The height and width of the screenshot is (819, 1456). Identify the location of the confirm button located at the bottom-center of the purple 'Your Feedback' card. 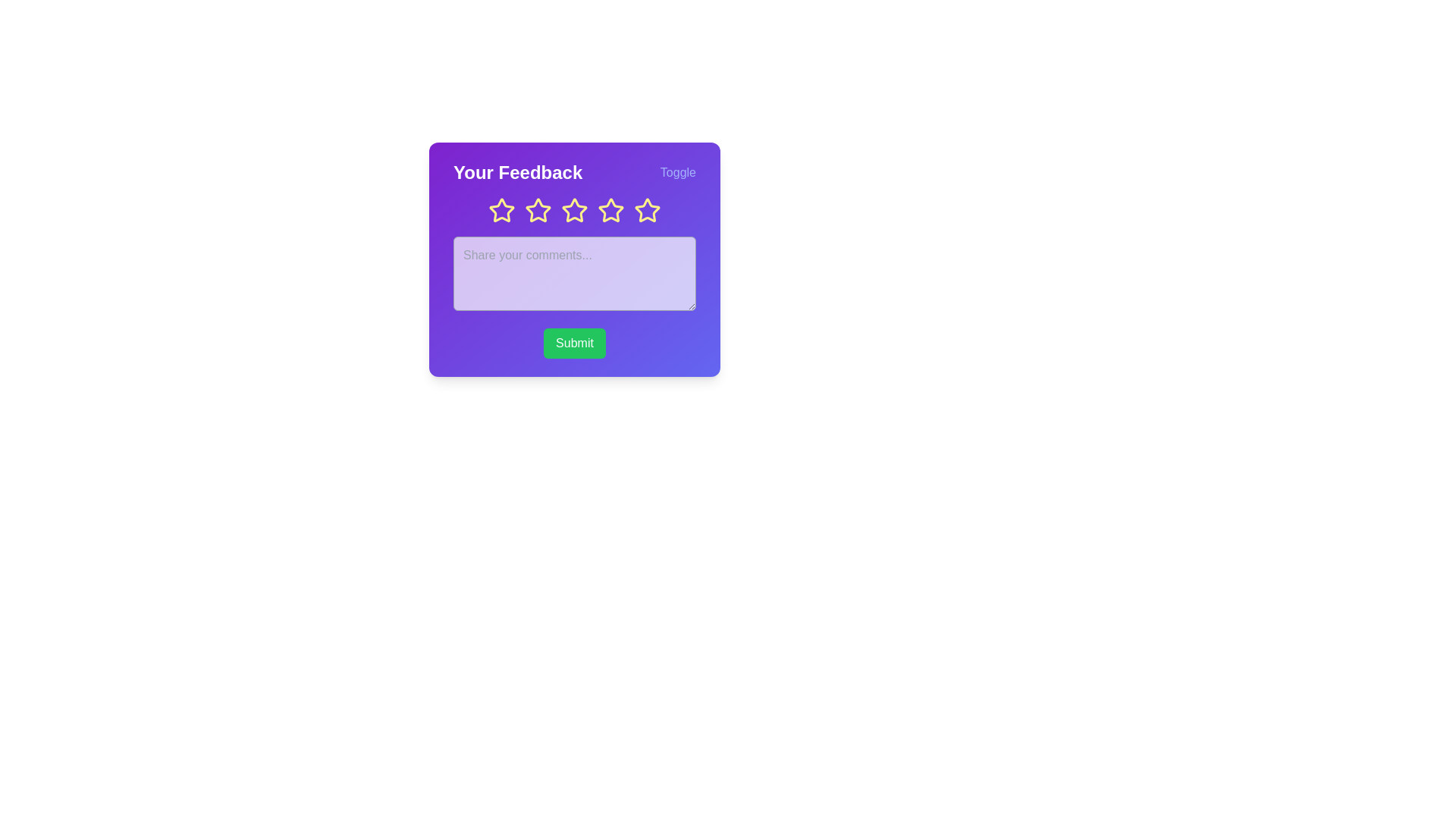
(574, 343).